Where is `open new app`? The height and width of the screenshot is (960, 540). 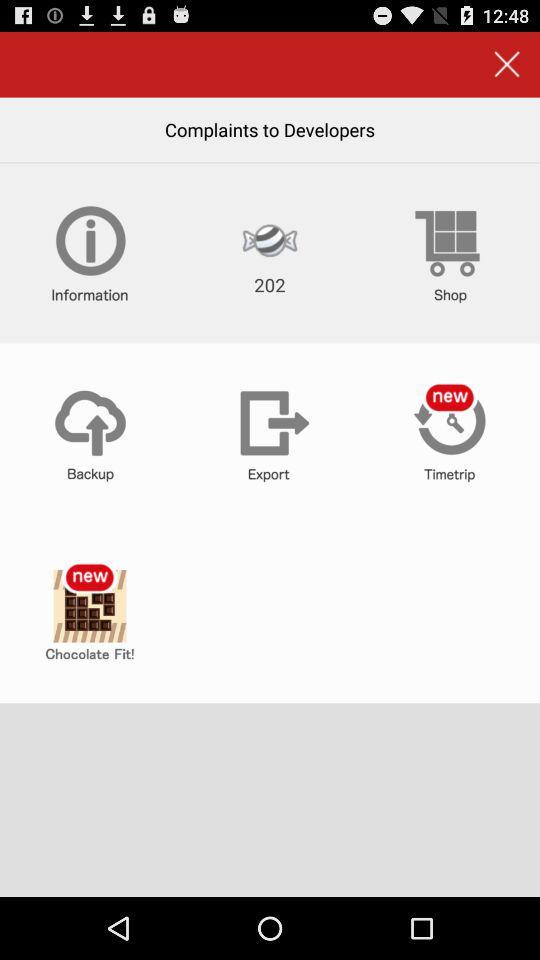
open new app is located at coordinates (89, 612).